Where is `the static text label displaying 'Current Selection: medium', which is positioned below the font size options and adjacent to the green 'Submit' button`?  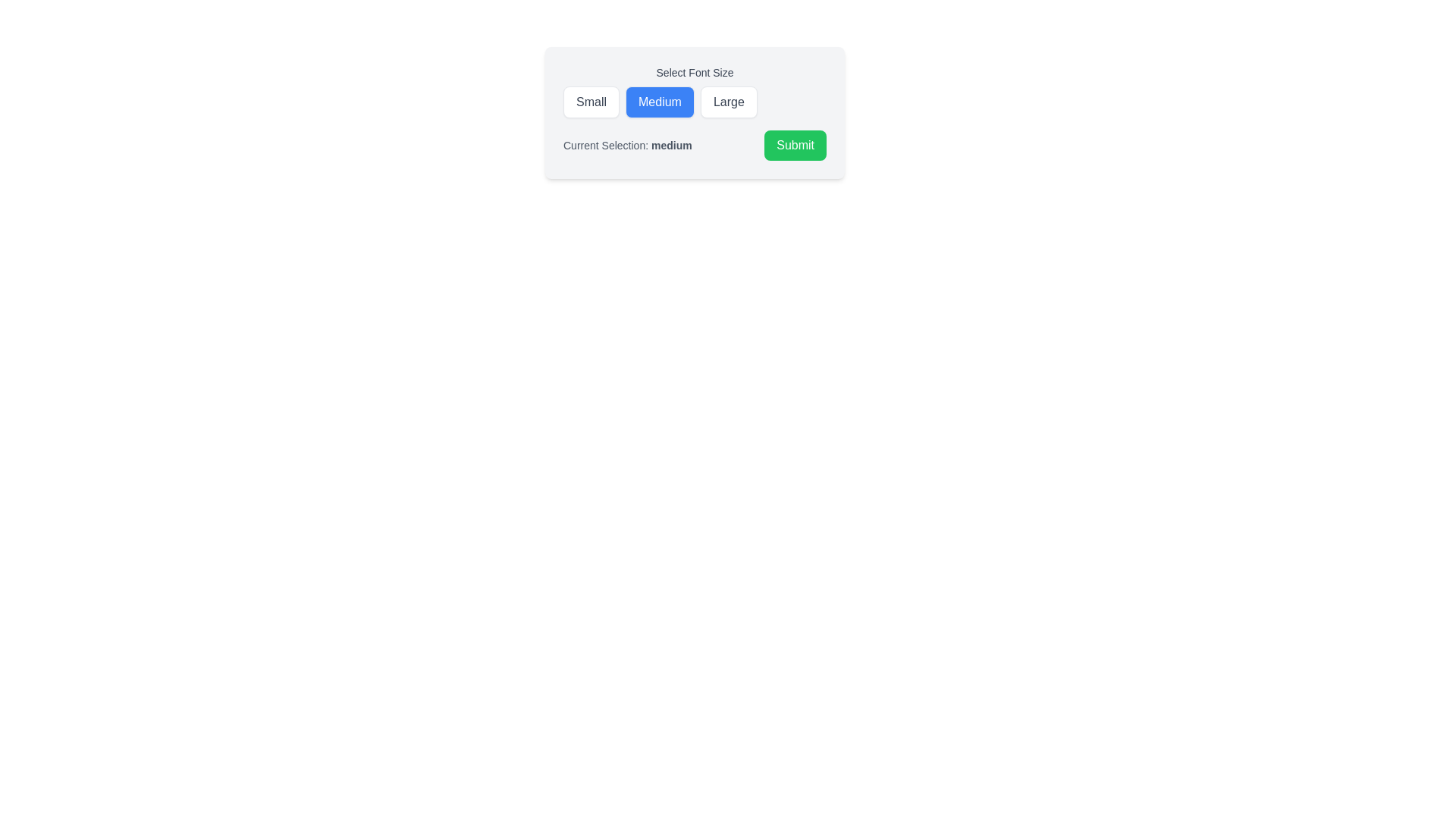
the static text label displaying 'Current Selection: medium', which is positioned below the font size options and adjacent to the green 'Submit' button is located at coordinates (627, 146).